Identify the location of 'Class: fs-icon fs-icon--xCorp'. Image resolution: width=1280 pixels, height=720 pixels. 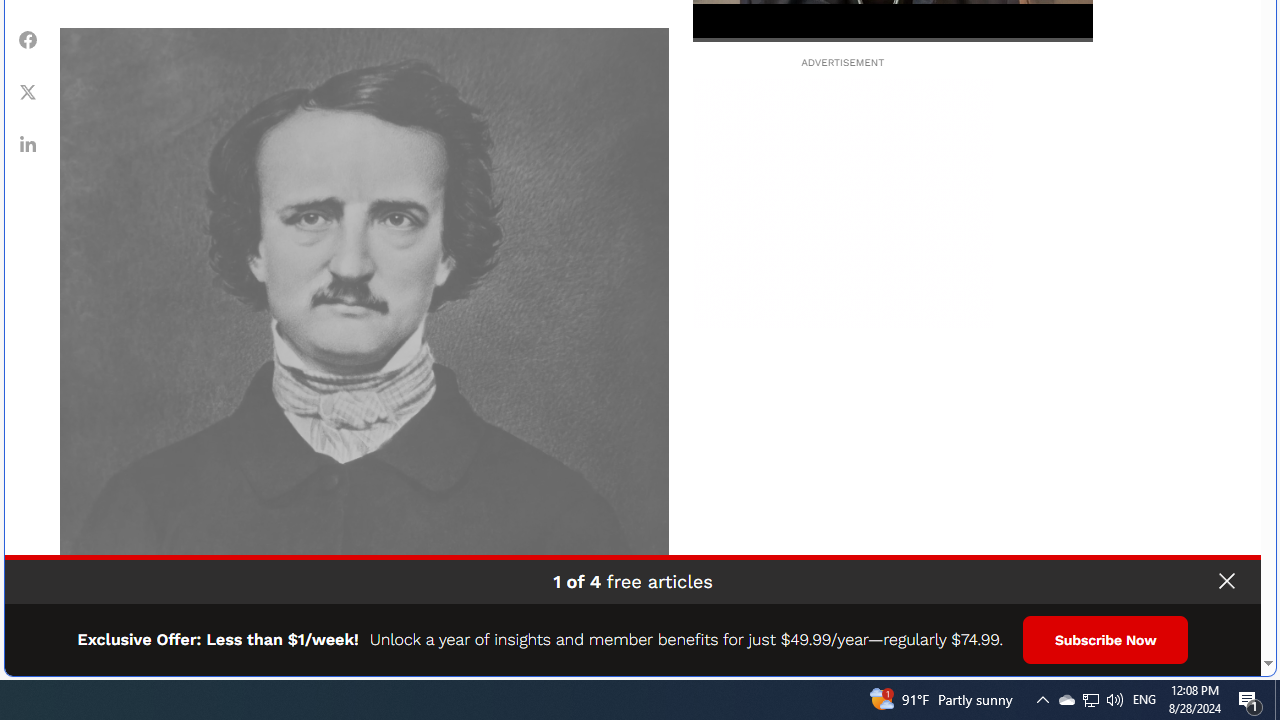
(28, 91).